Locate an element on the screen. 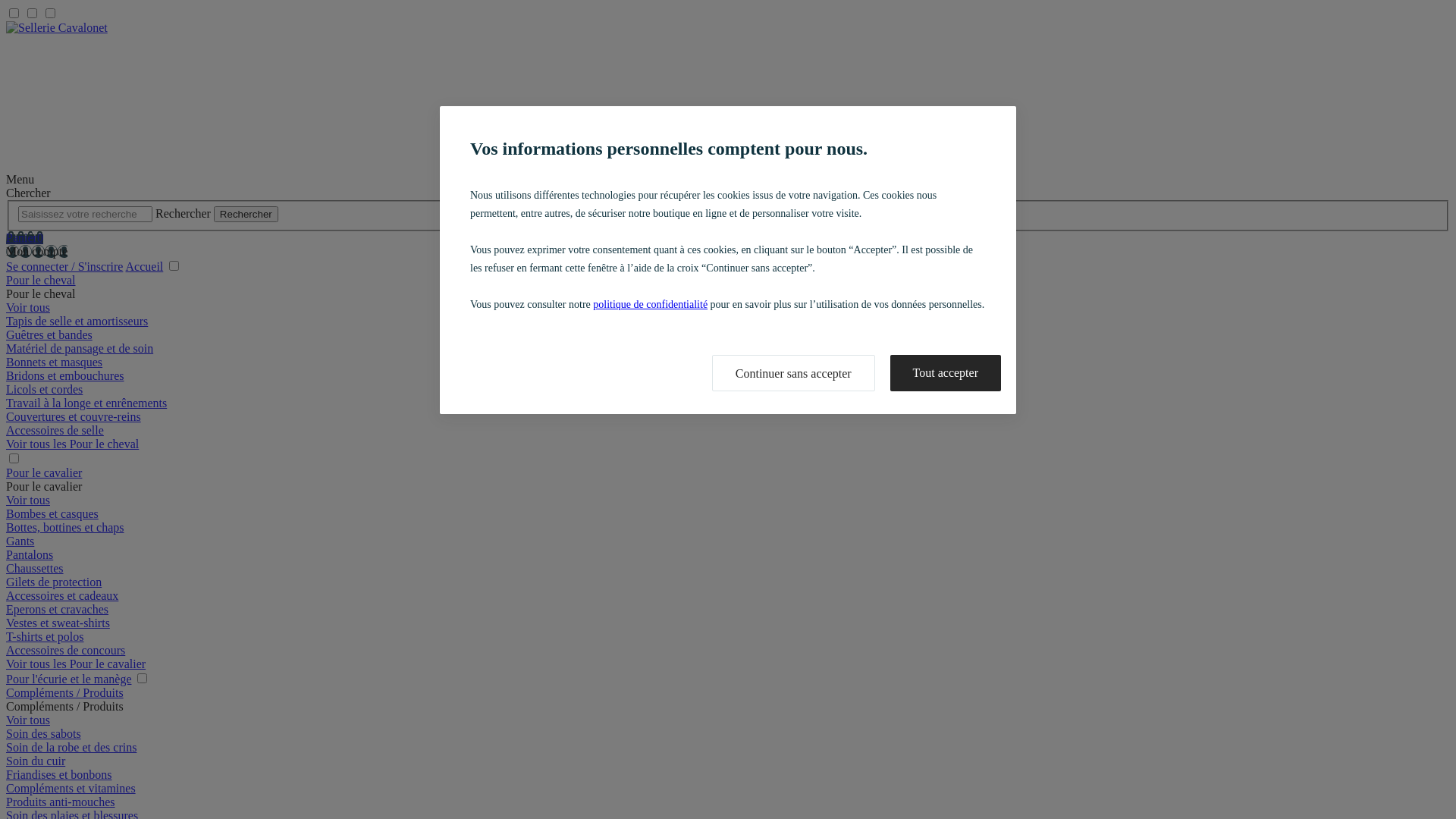 The width and height of the screenshot is (1456, 819). 'Couvertures et couvre-reins' is located at coordinates (72, 416).